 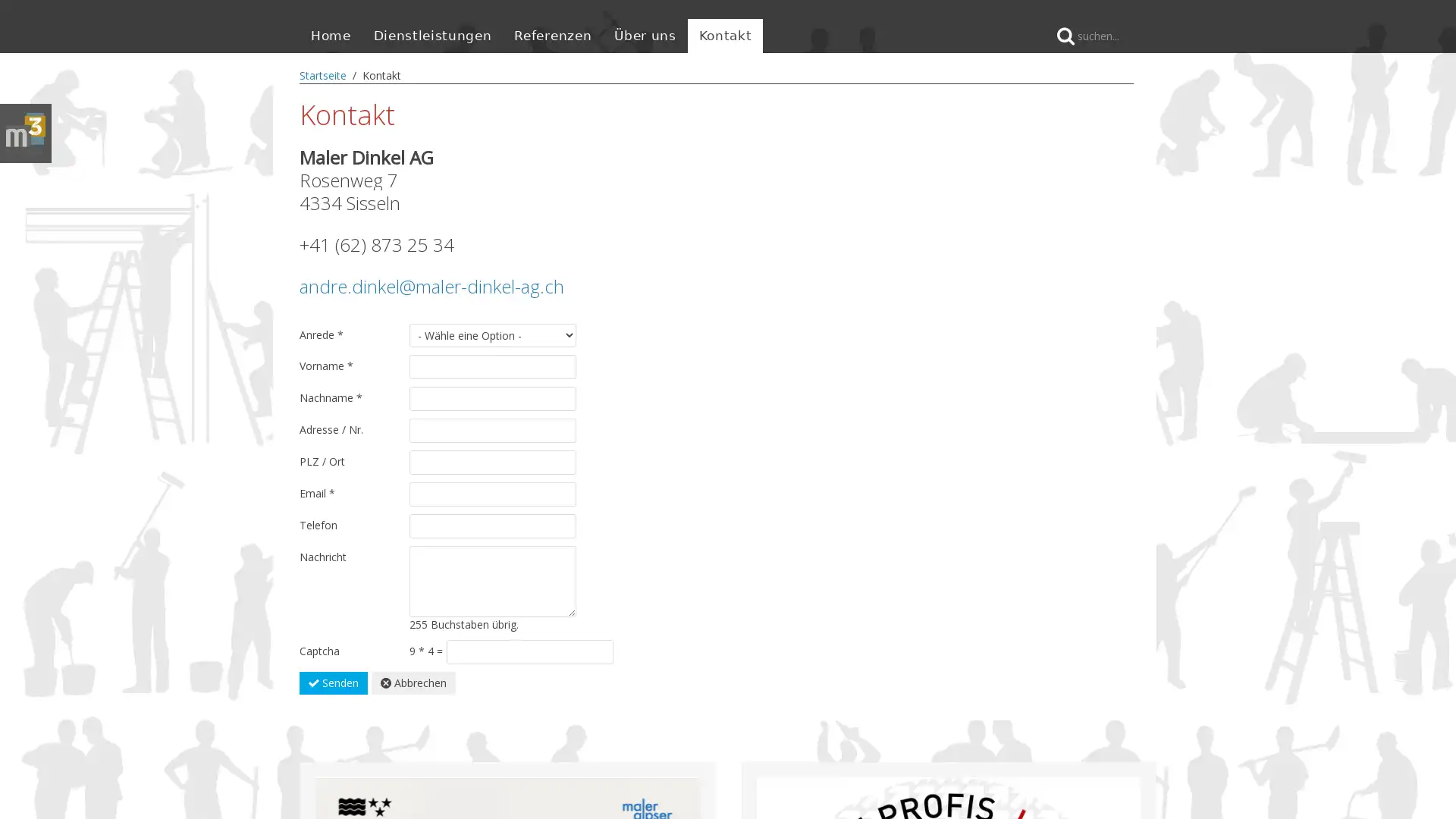 I want to click on J Abbrechen, so click(x=413, y=681).